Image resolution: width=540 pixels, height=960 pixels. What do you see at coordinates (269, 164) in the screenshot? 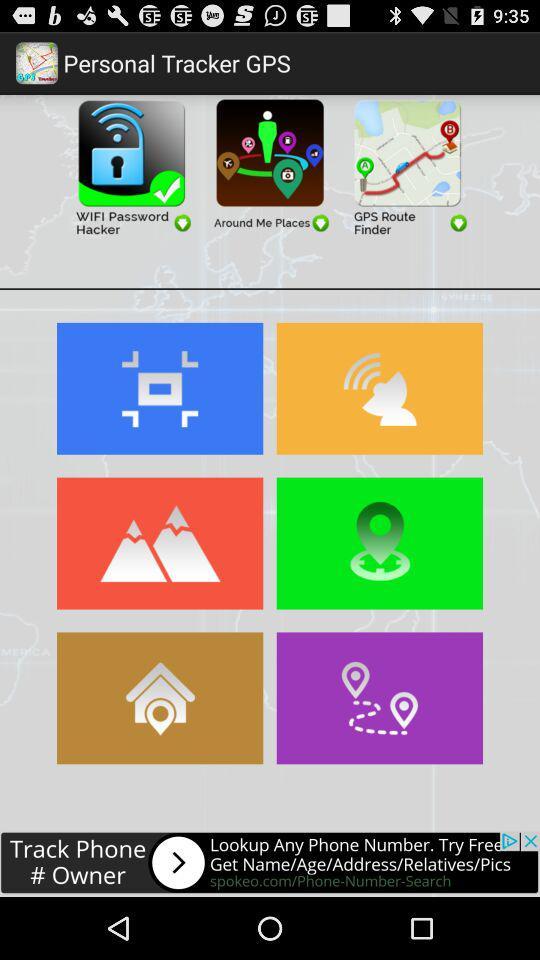
I see `the widget` at bounding box center [269, 164].